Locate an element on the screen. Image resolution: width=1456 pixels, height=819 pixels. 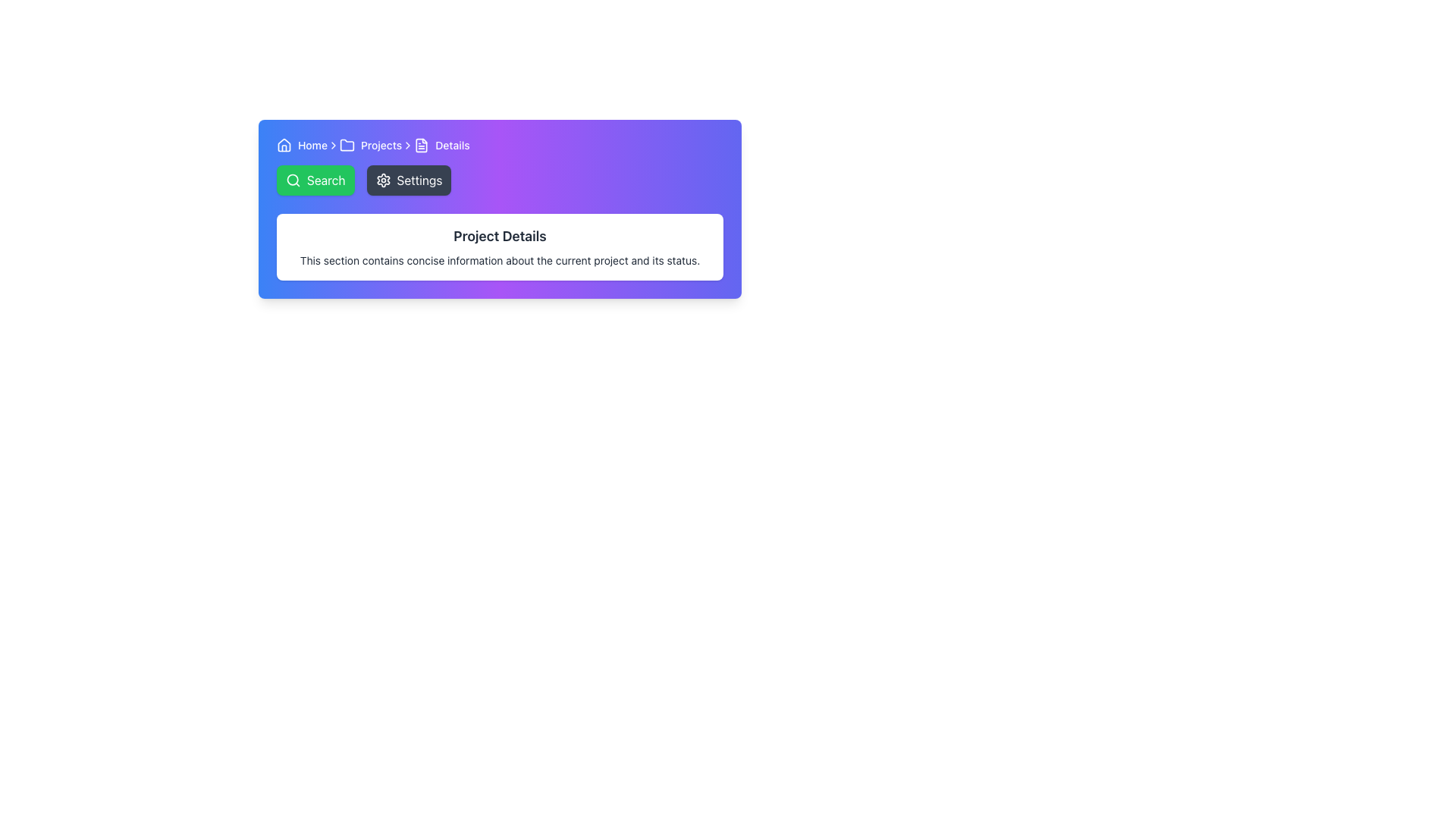
the blue folder icon located in the breadcrumb navigation bar, which appears after the 'Home' segment and before 'Projects > Details' is located at coordinates (346, 145).